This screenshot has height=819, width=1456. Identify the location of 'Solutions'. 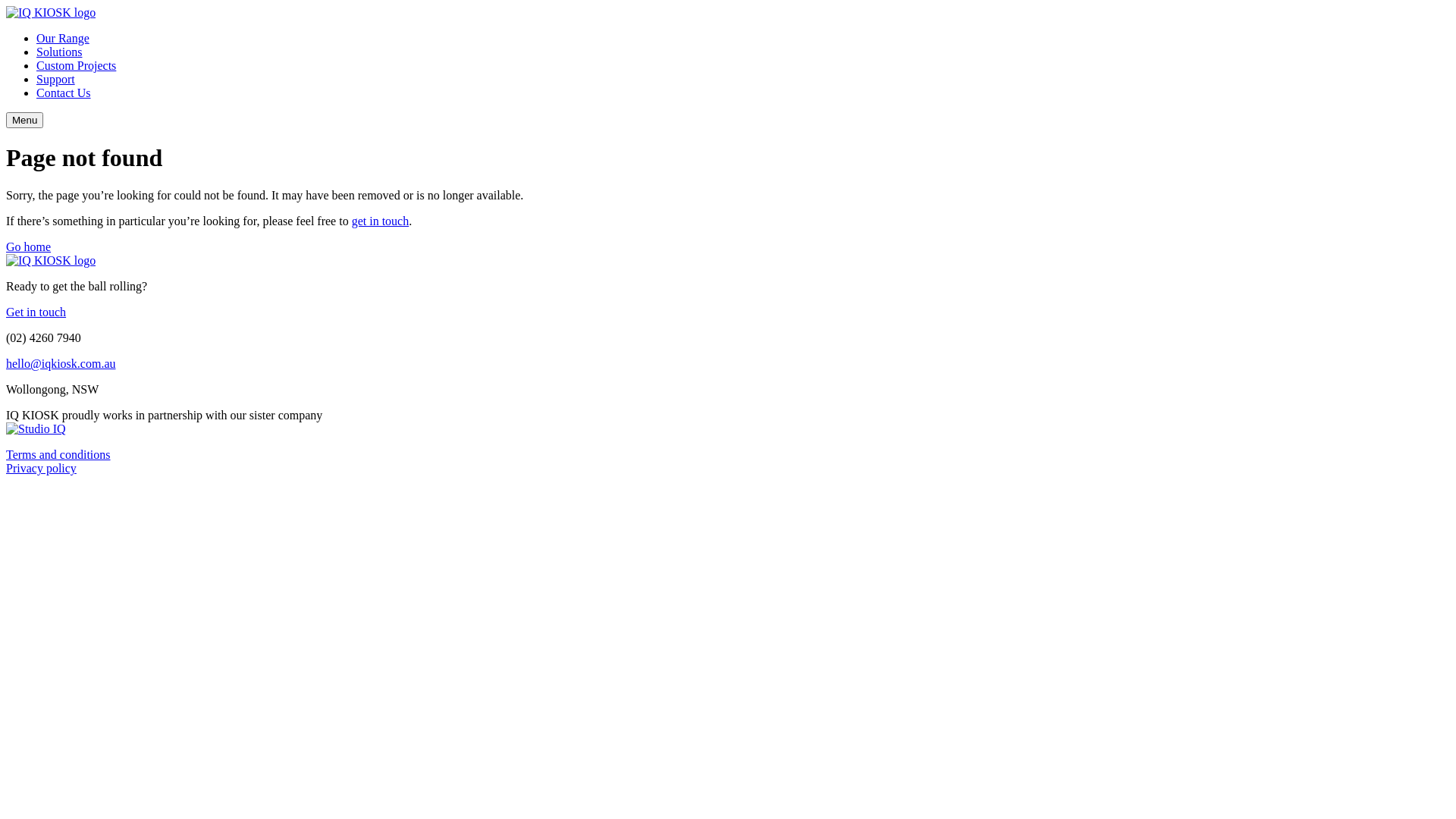
(58, 51).